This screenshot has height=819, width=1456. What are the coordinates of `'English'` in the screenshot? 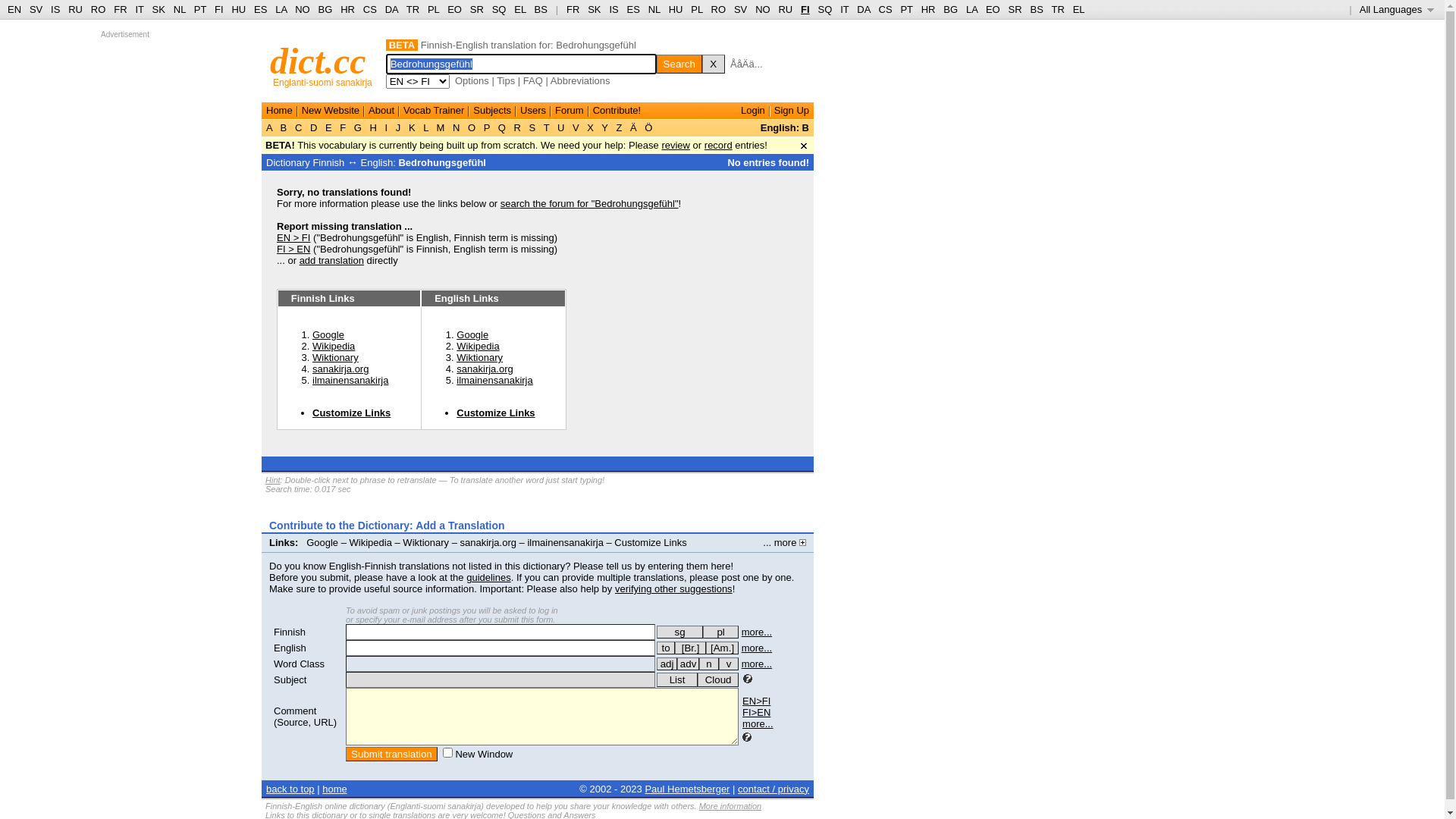 It's located at (290, 648).